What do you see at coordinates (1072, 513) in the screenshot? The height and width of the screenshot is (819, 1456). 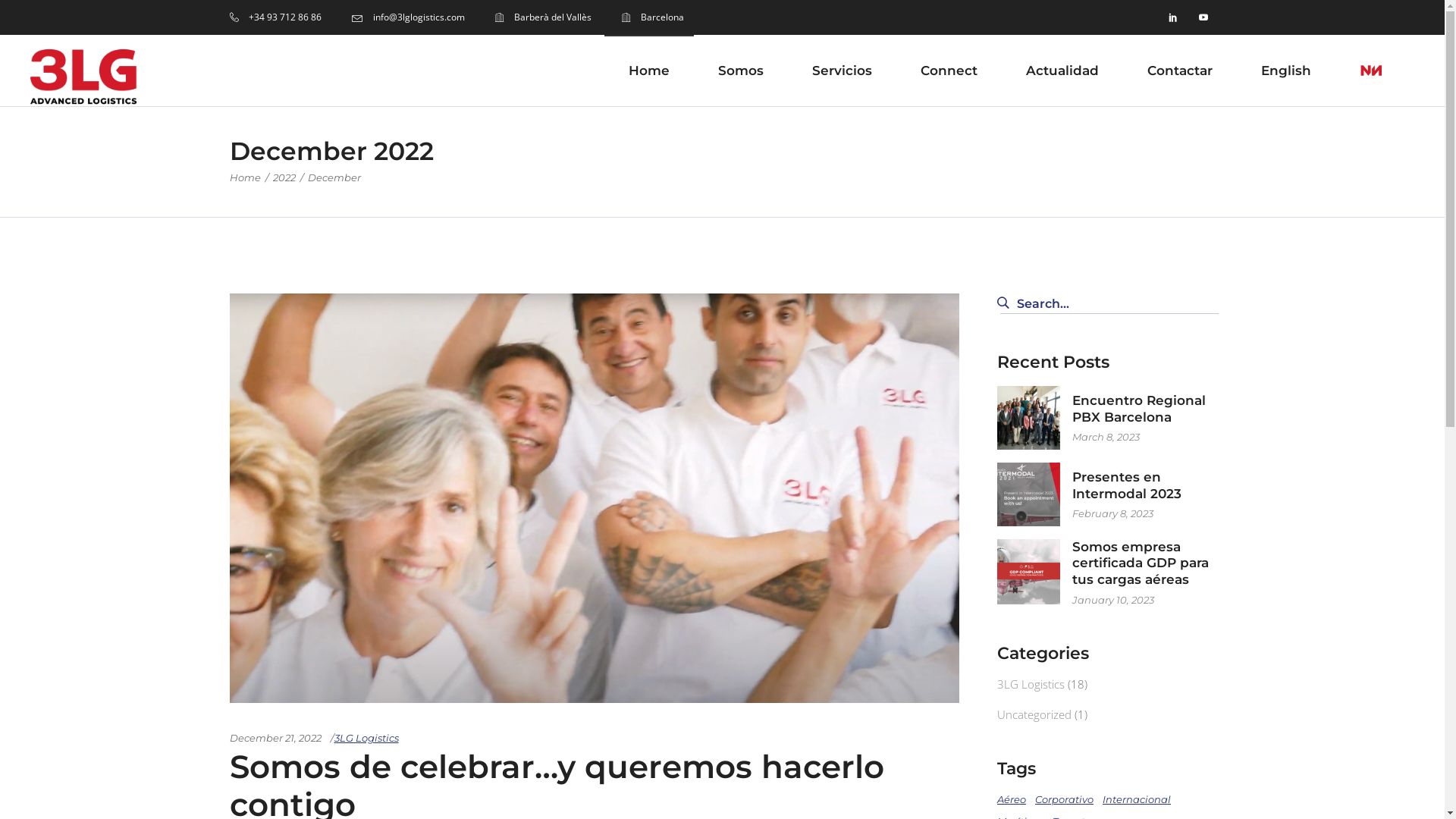 I see `'February 8, 2023'` at bounding box center [1072, 513].